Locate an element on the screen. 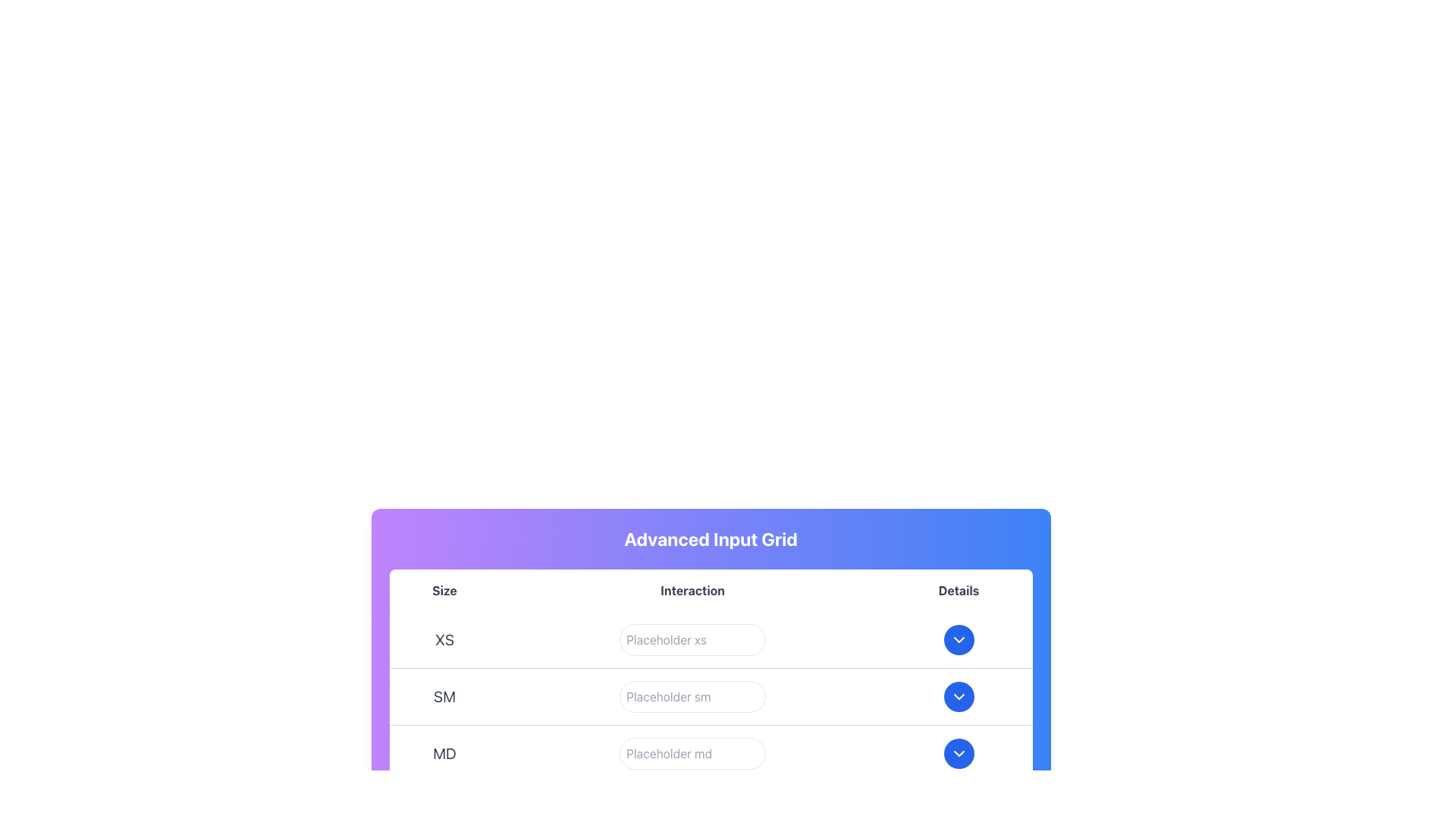  the downward-facing chevron arrow icon, which is white and positioned within a circular blue background, located in the 'Details' column of the first row in the table layout is located at coordinates (958, 640).